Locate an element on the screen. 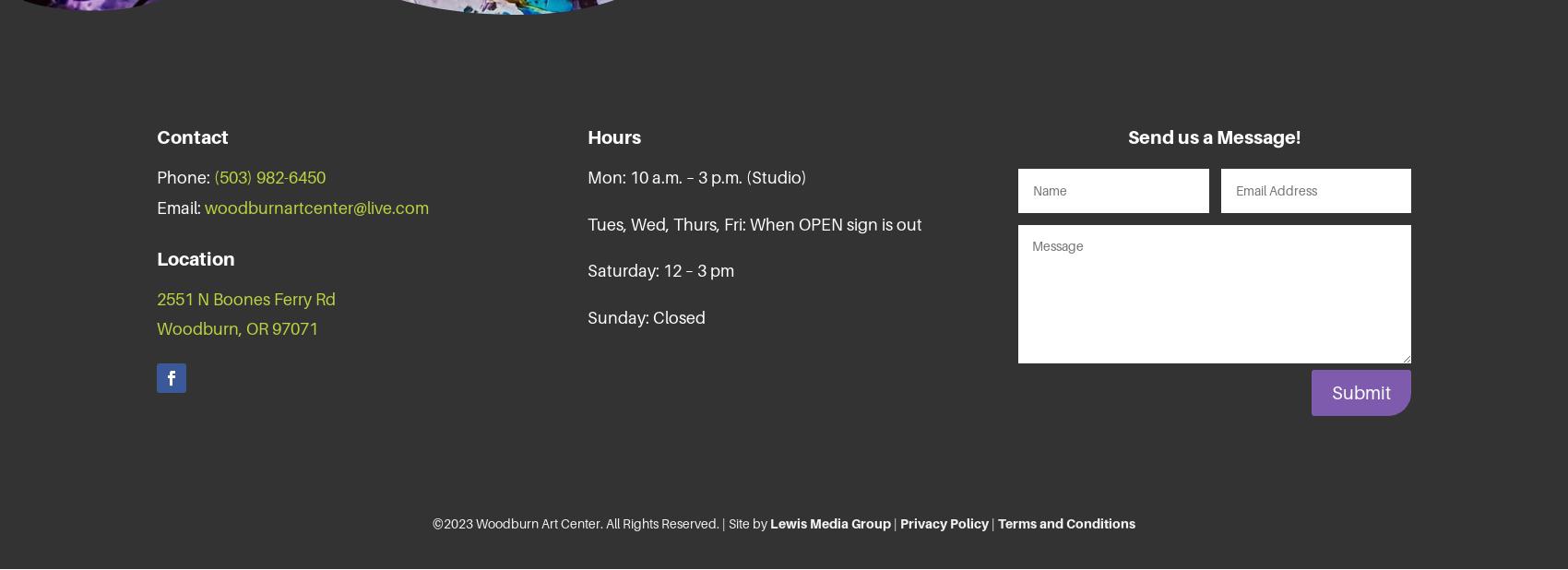 The width and height of the screenshot is (1568, 570). '©2023   Woodburn Art Center. All Rights Reserved. | Site by' is located at coordinates (600, 523).